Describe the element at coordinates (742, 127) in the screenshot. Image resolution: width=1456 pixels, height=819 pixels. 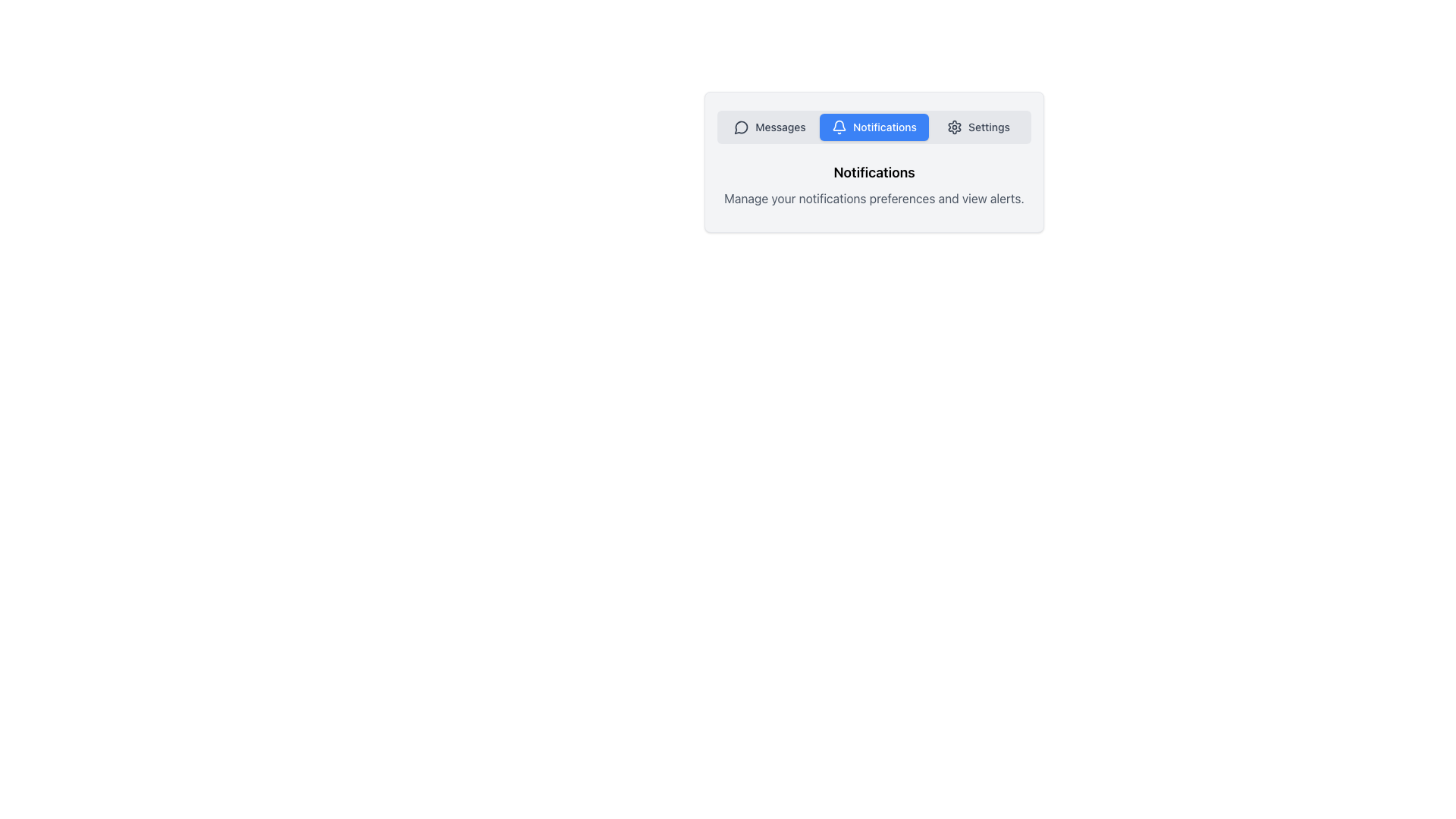
I see `the decorative icon representing messaging functionality located to the left of the 'Messages' text in the 'Messages' navigation button` at that location.